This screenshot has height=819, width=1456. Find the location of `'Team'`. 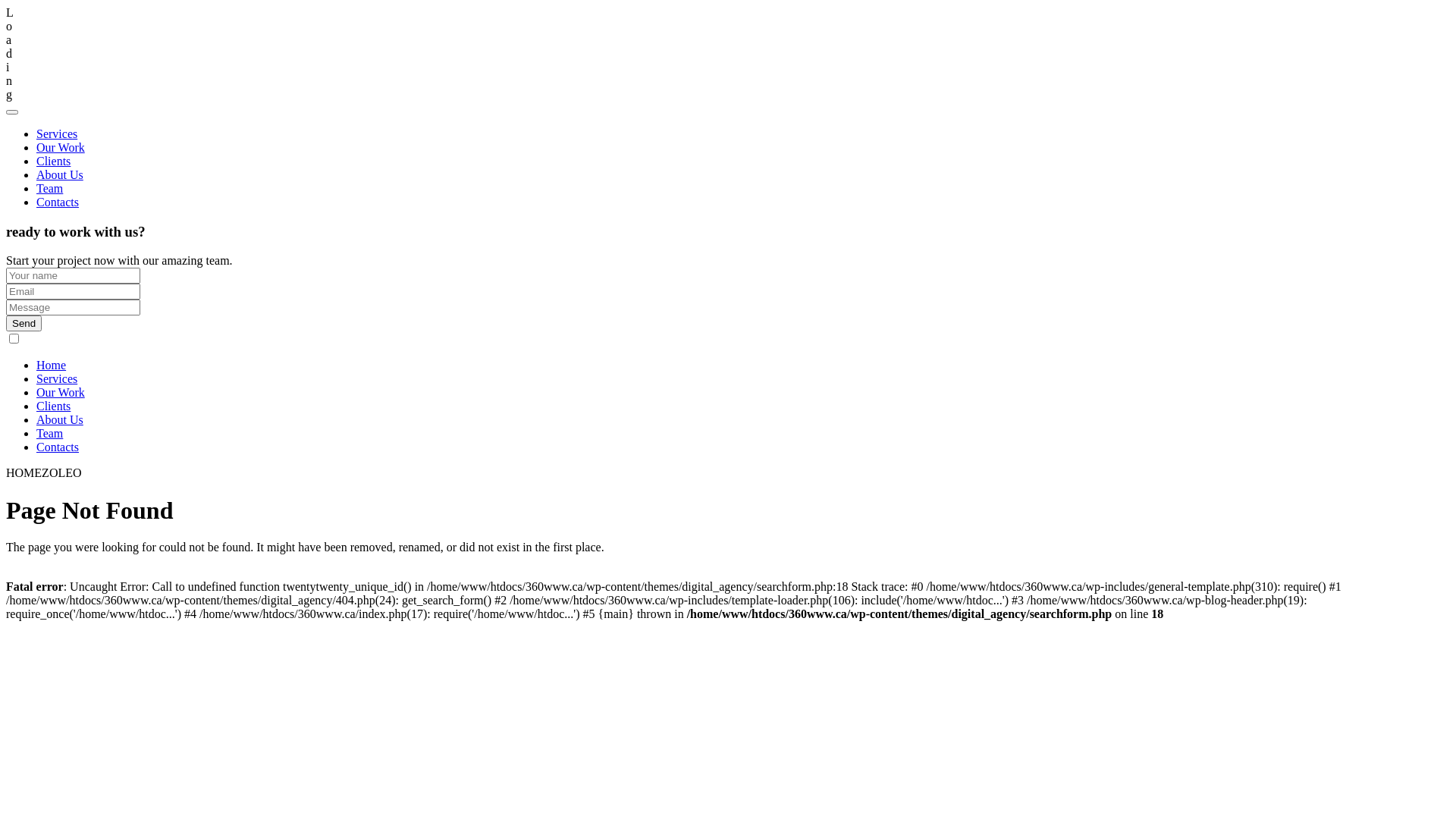

'Team' is located at coordinates (49, 433).